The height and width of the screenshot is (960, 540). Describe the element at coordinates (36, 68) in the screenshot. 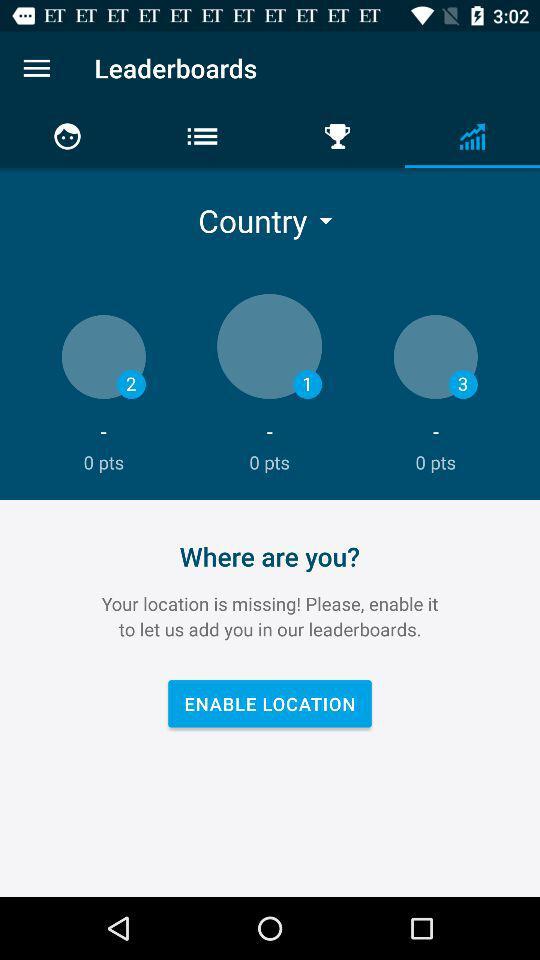

I see `the item to the left of leaderboards icon` at that location.